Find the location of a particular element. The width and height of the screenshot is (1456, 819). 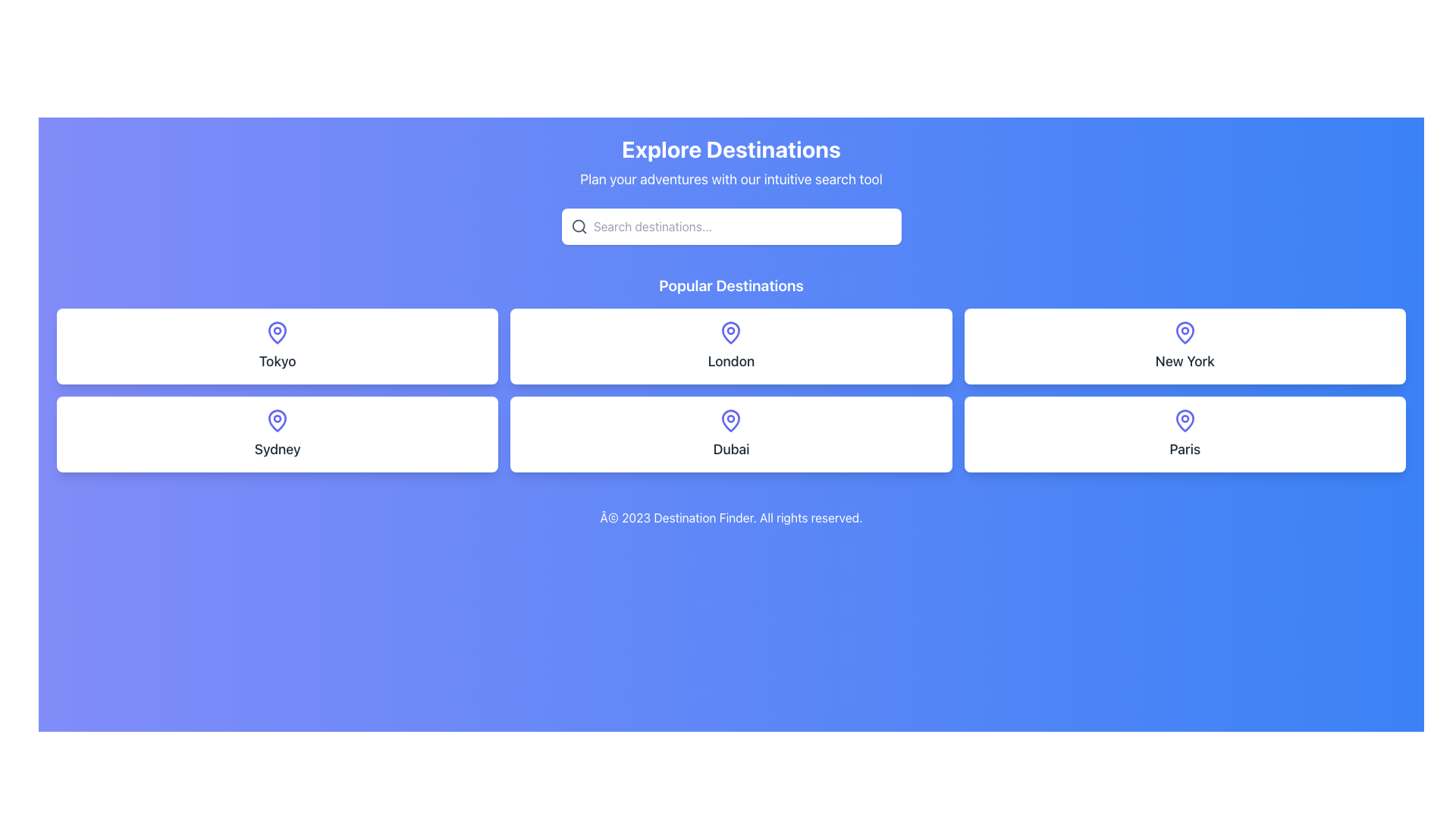

the deep indigo map pin icon located above the text 'London' in the 'Popular Destinations' section, which is in the second column of the top row is located at coordinates (731, 332).